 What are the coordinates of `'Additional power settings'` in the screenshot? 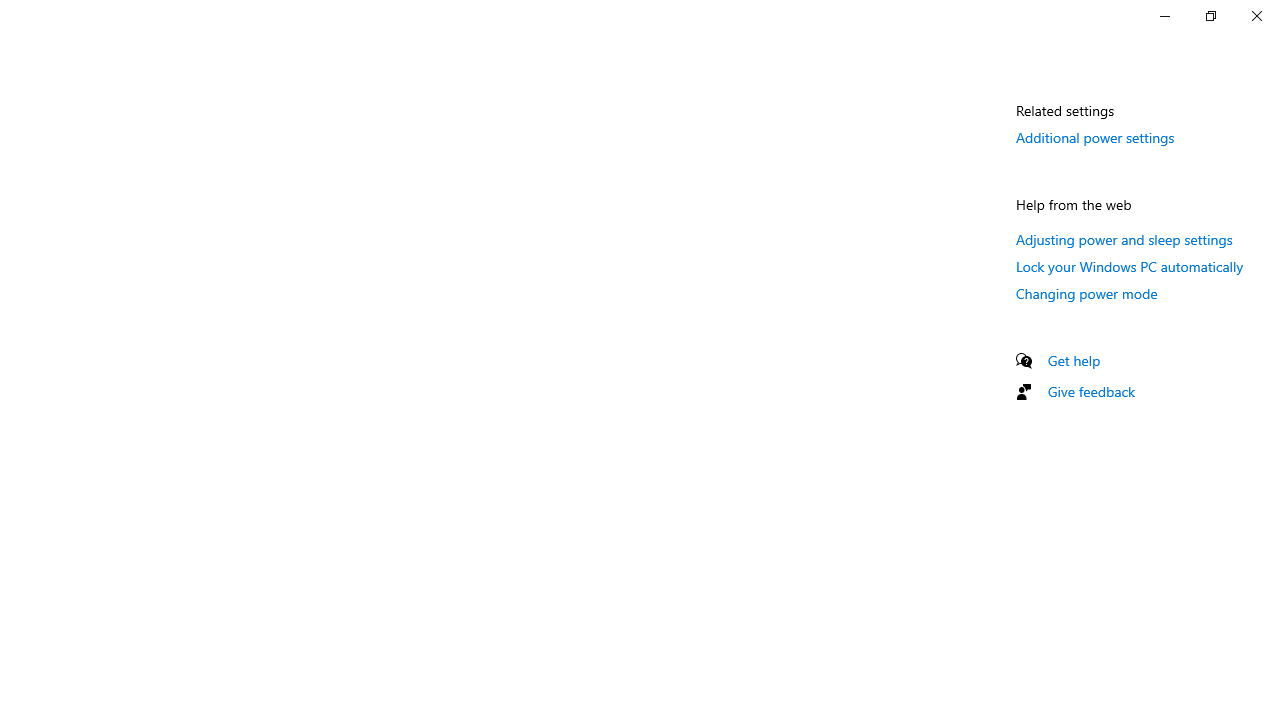 It's located at (1094, 136).